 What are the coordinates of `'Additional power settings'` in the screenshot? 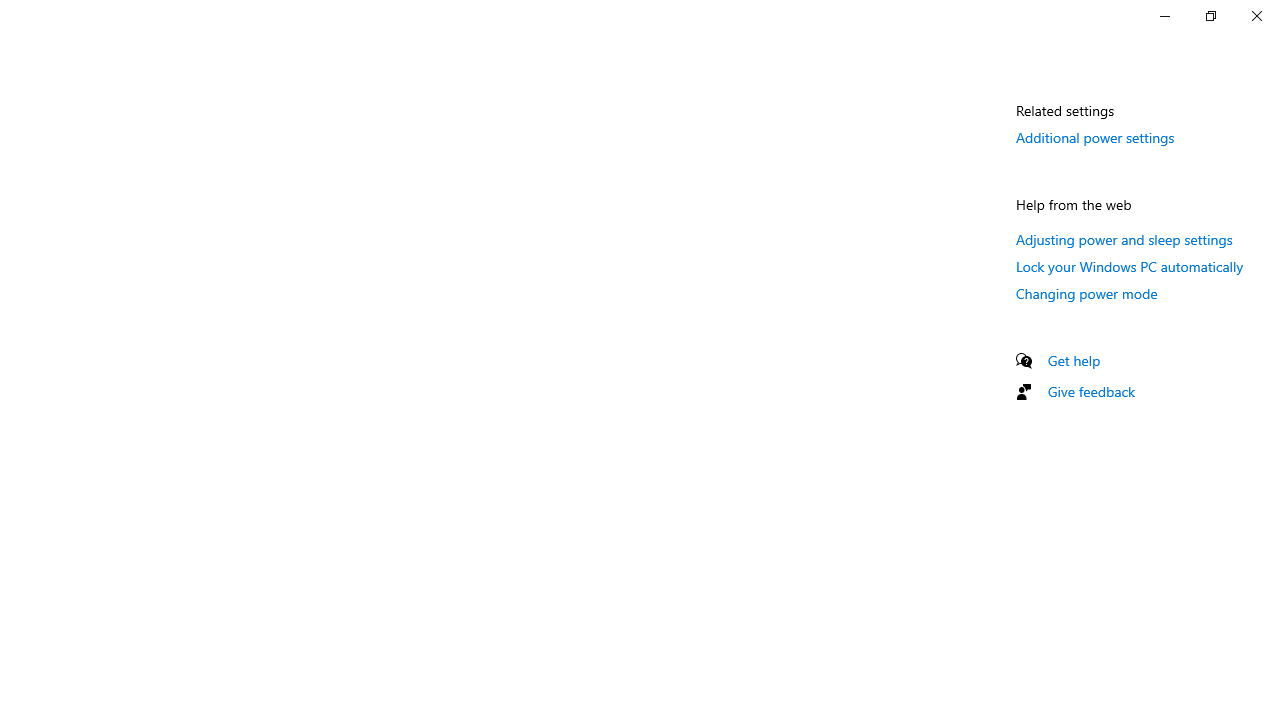 It's located at (1094, 136).